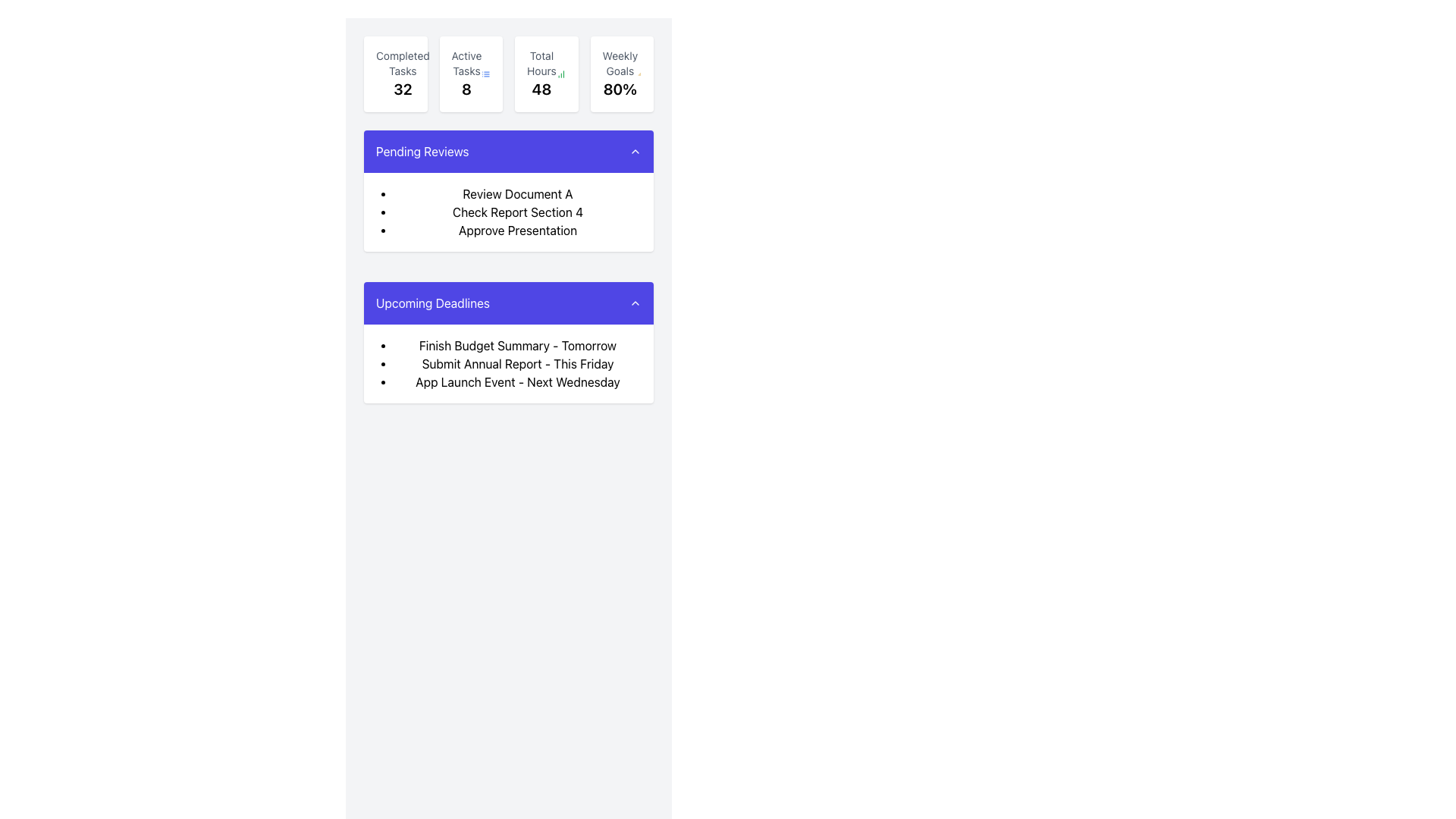 This screenshot has width=1456, height=819. I want to click on current weekly goal progress displayed in the fourth informational card, which shows the user's completion rate towards their weekly goals, so click(620, 74).